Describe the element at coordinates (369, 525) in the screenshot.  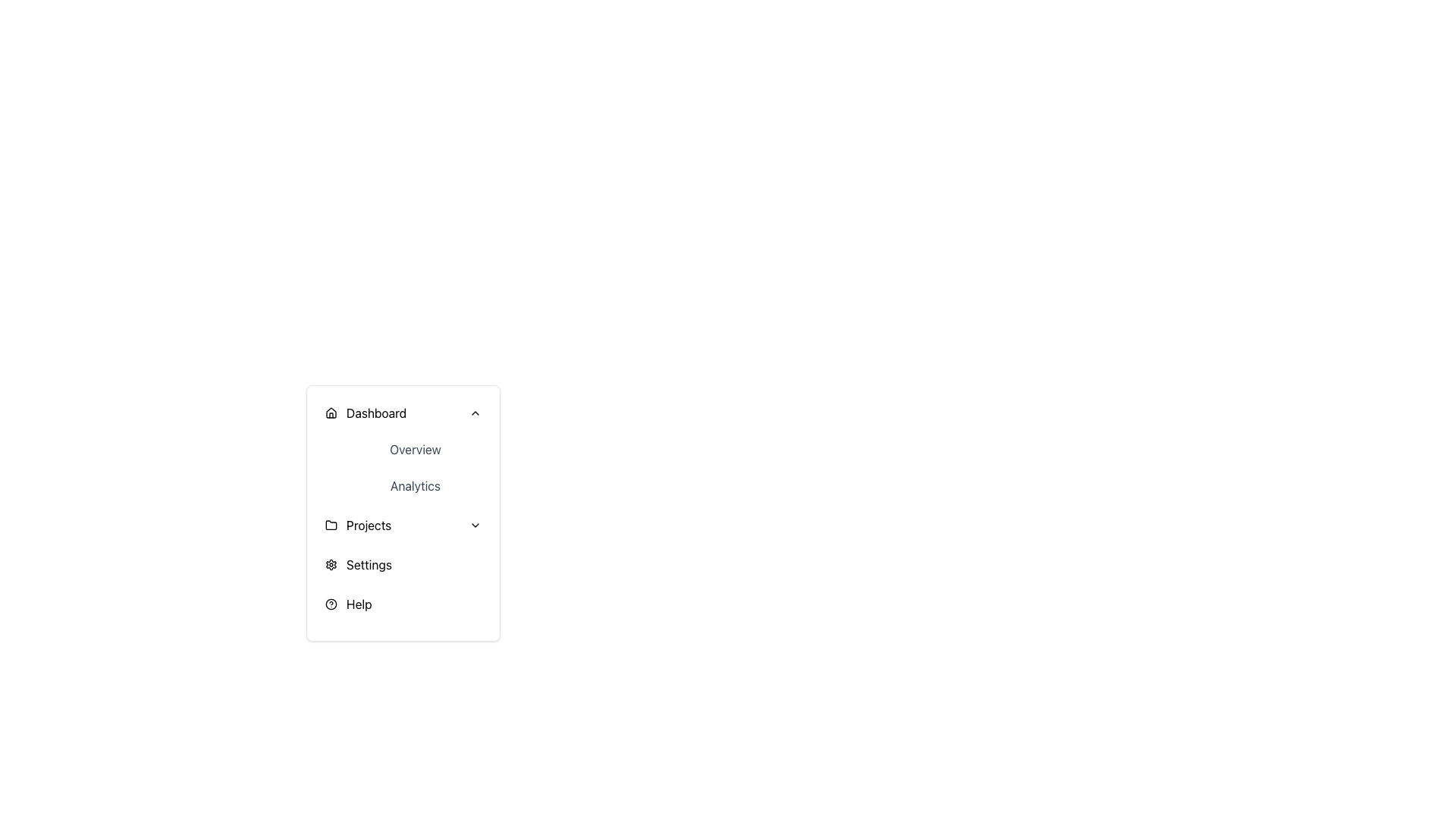
I see `the 'Projects' label in the sidebar menu under the 'Dashboard' entry` at that location.